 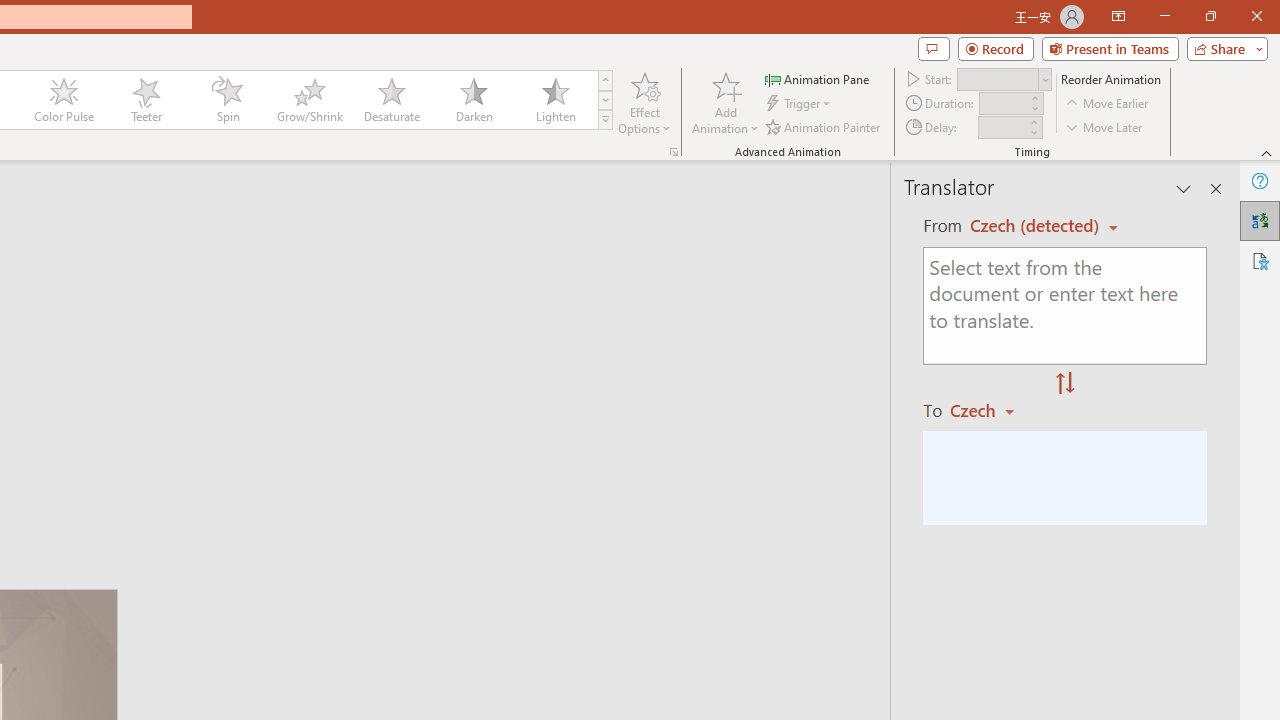 What do you see at coordinates (1184, 189) in the screenshot?
I see `'Task Pane Options'` at bounding box center [1184, 189].